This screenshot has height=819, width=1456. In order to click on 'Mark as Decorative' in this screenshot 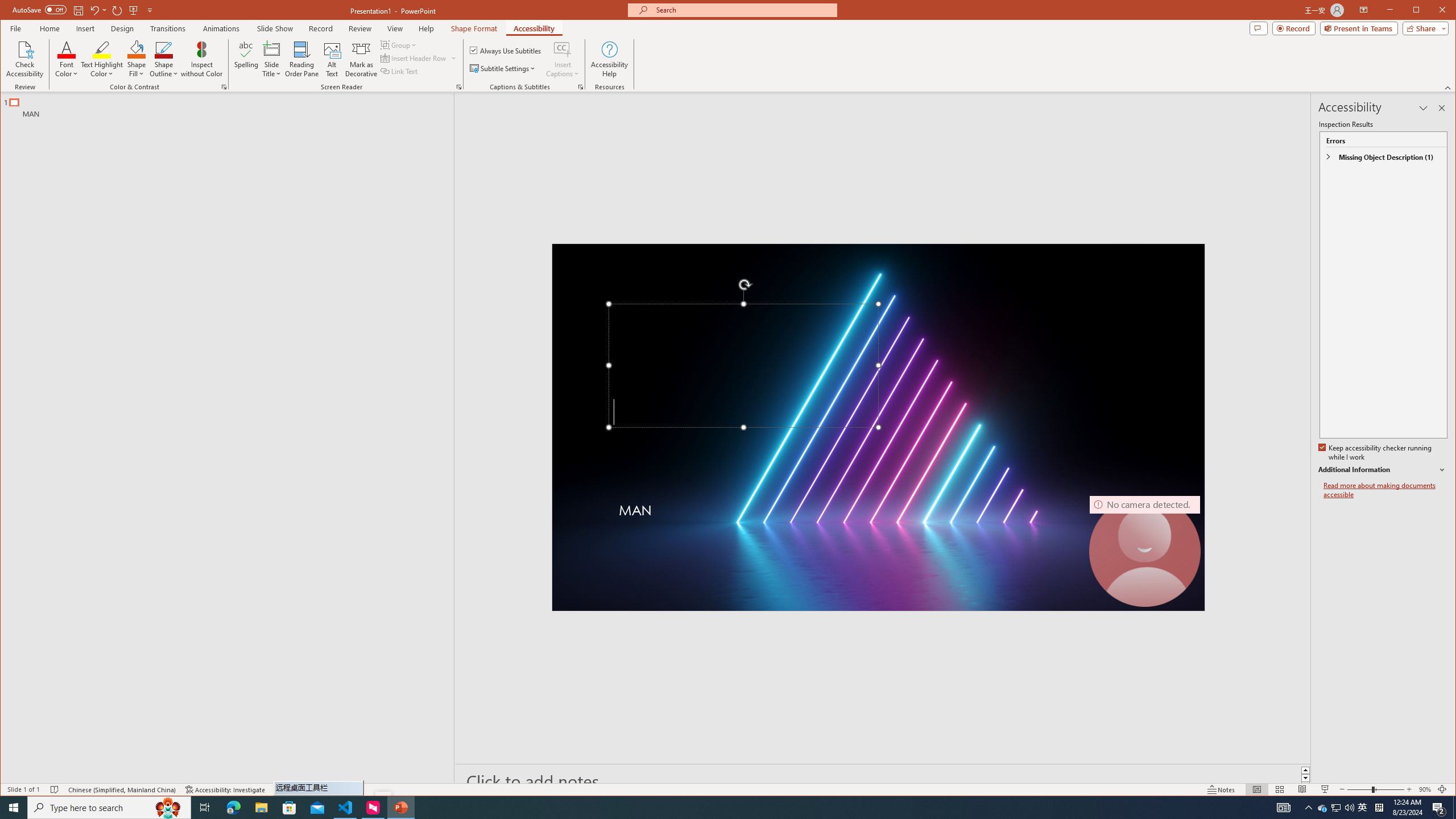, I will do `click(360, 59)`.